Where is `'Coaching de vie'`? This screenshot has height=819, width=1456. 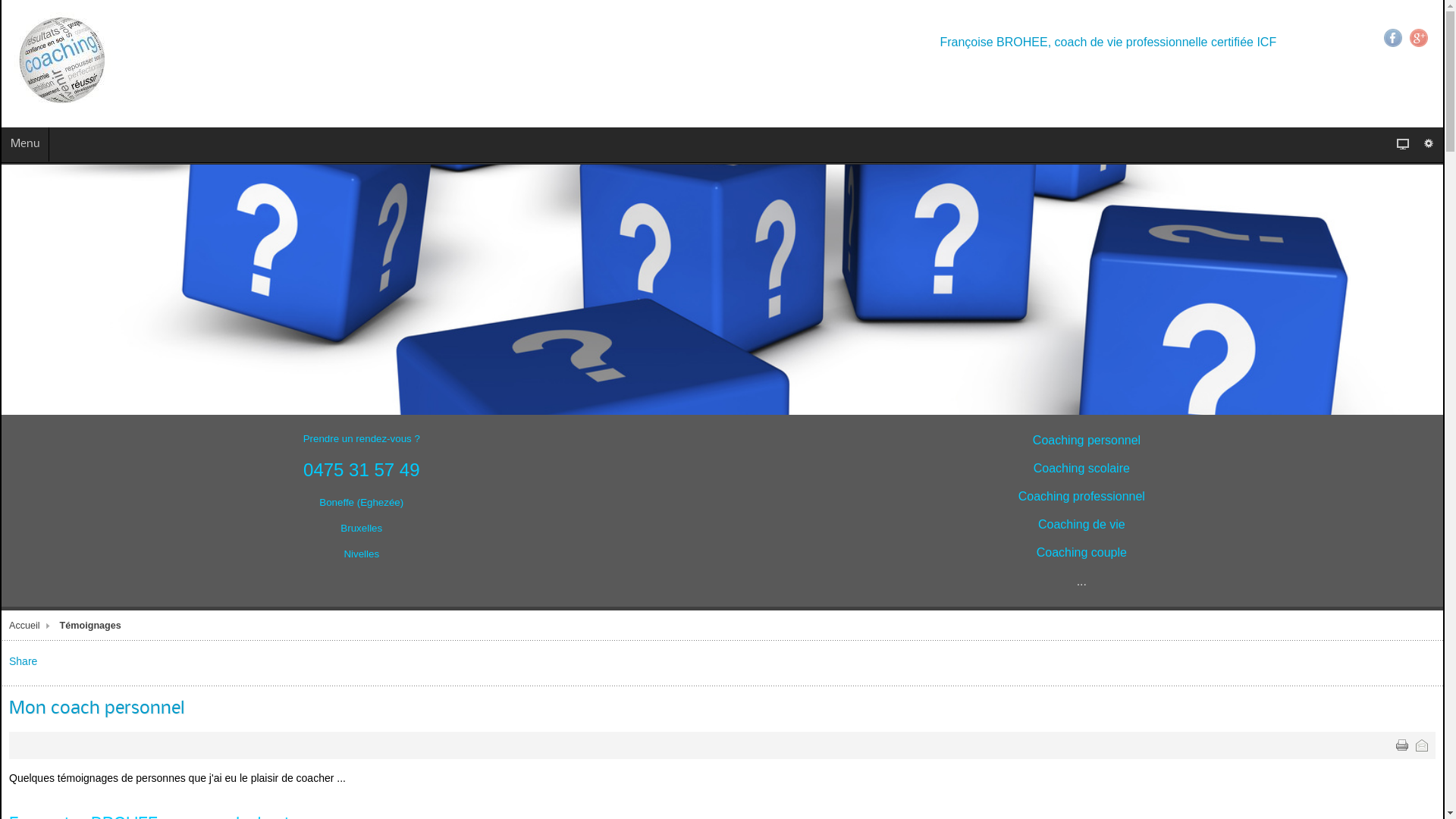 'Coaching de vie' is located at coordinates (1081, 523).